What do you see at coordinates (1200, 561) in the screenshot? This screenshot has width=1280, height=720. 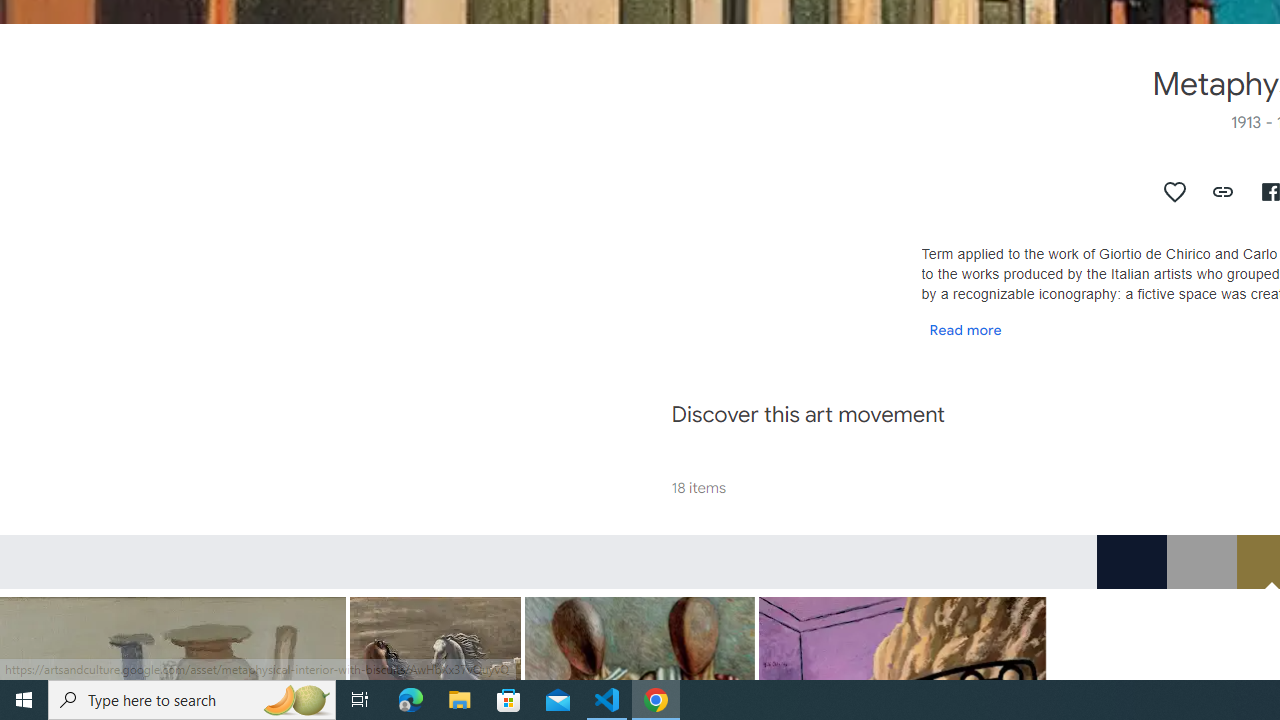 I see `'RGB_9C9C9C'` at bounding box center [1200, 561].